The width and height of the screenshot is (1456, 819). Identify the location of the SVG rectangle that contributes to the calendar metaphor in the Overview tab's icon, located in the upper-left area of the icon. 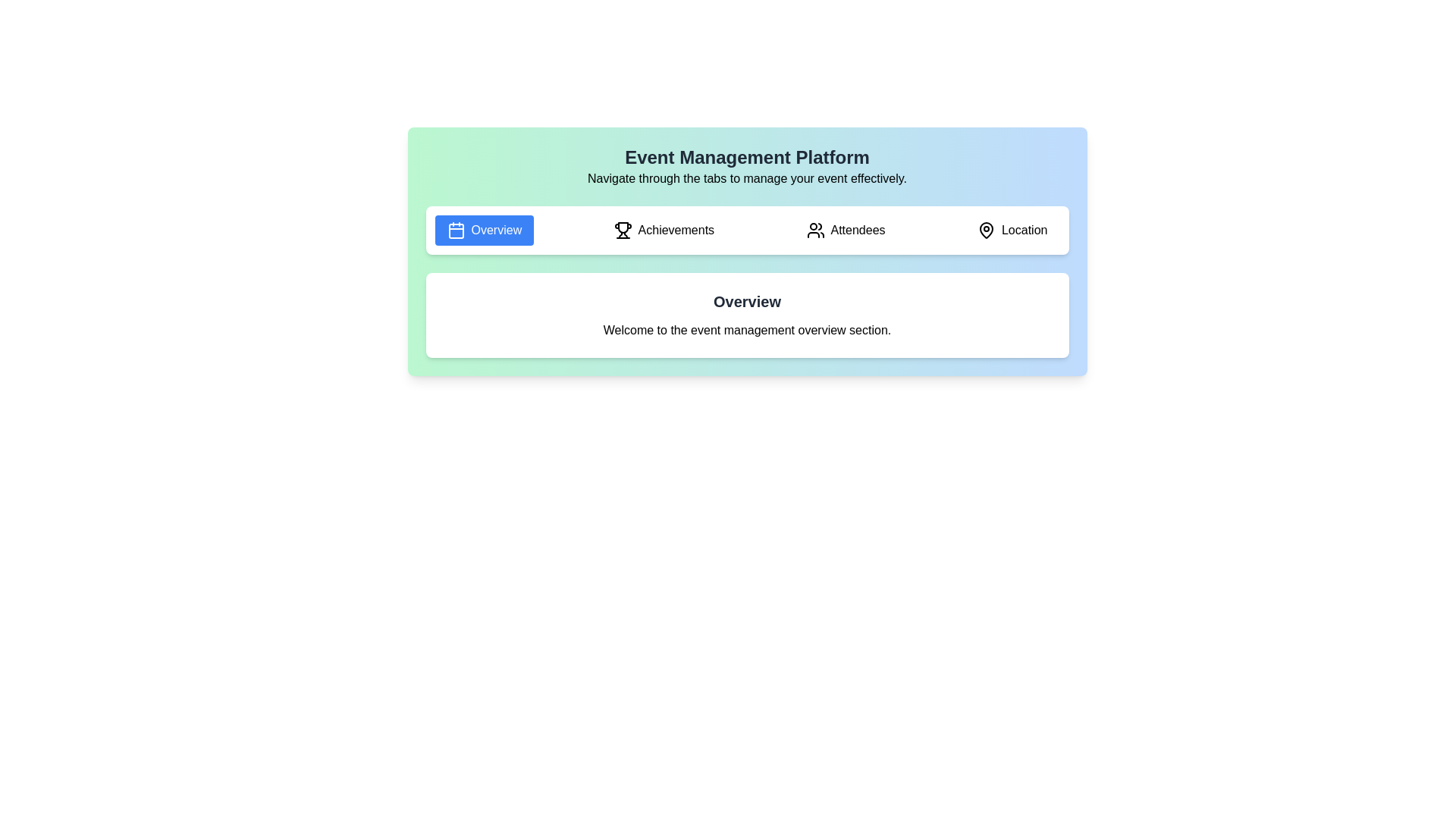
(455, 231).